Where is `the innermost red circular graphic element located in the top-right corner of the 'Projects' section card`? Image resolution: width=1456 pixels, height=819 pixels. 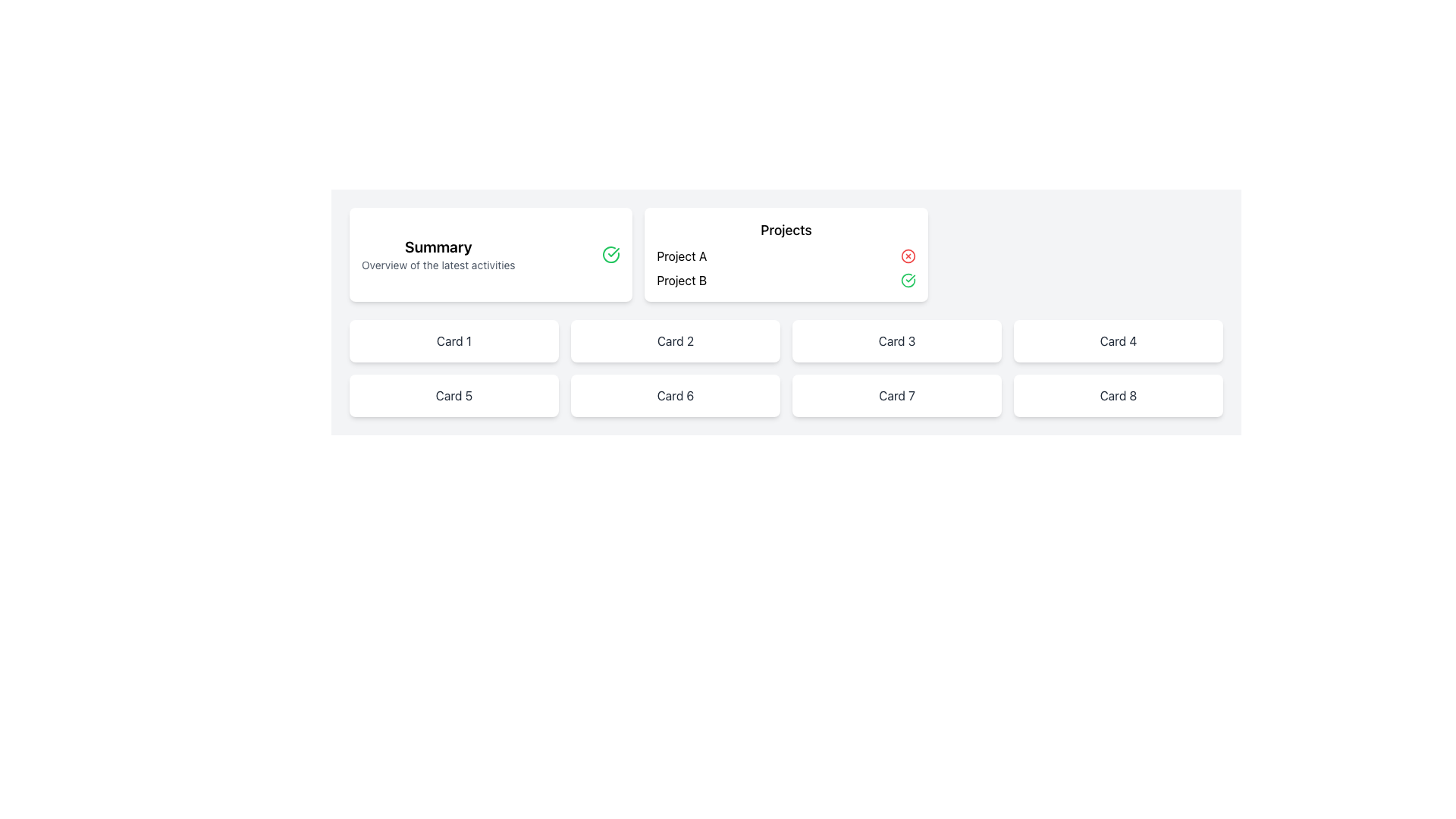
the innermost red circular graphic element located in the top-right corner of the 'Projects' section card is located at coordinates (908, 256).